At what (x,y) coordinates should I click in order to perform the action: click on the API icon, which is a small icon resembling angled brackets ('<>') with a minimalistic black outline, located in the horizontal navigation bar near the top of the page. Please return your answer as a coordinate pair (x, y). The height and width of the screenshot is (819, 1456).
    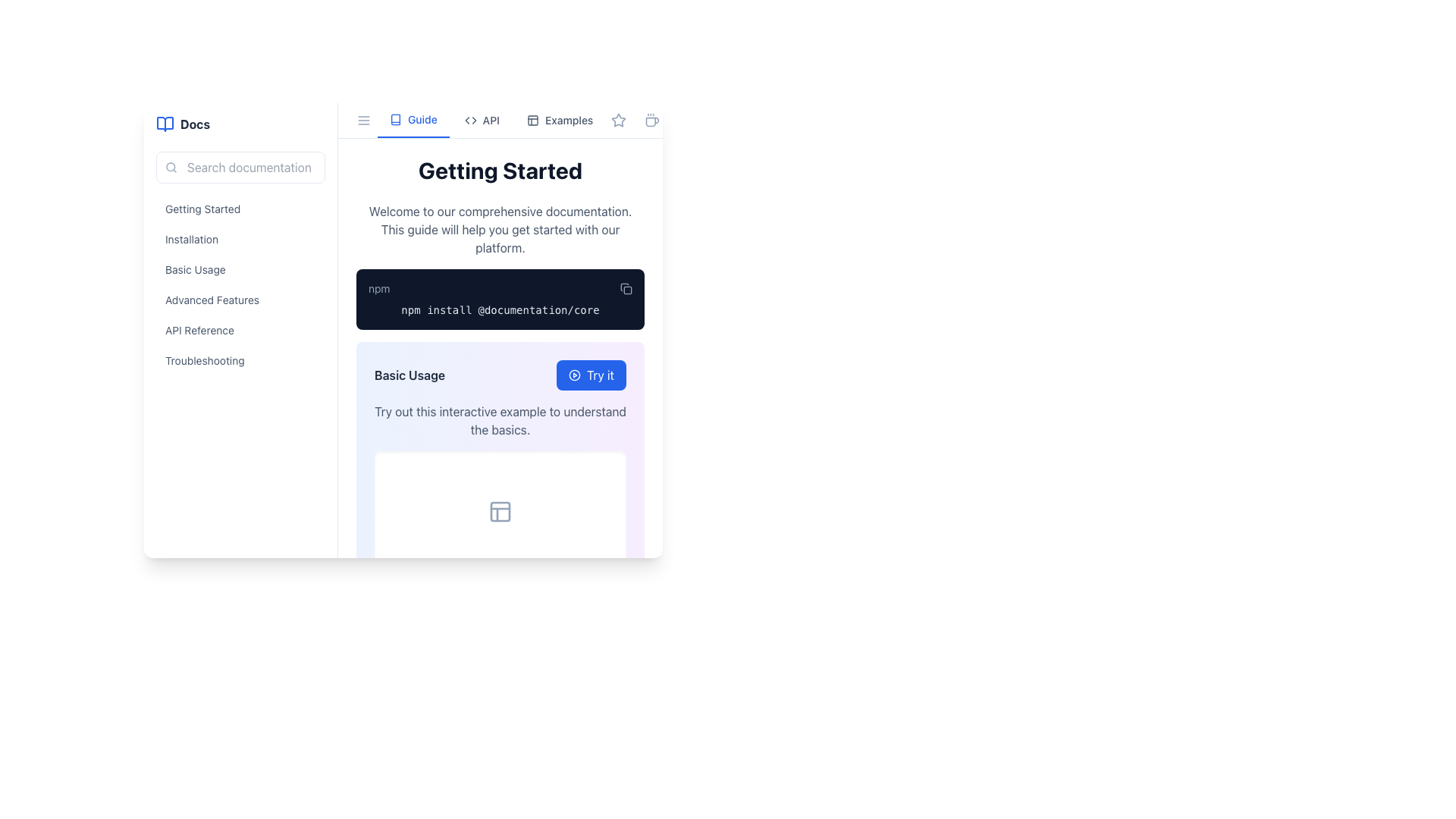
    Looking at the image, I should click on (469, 119).